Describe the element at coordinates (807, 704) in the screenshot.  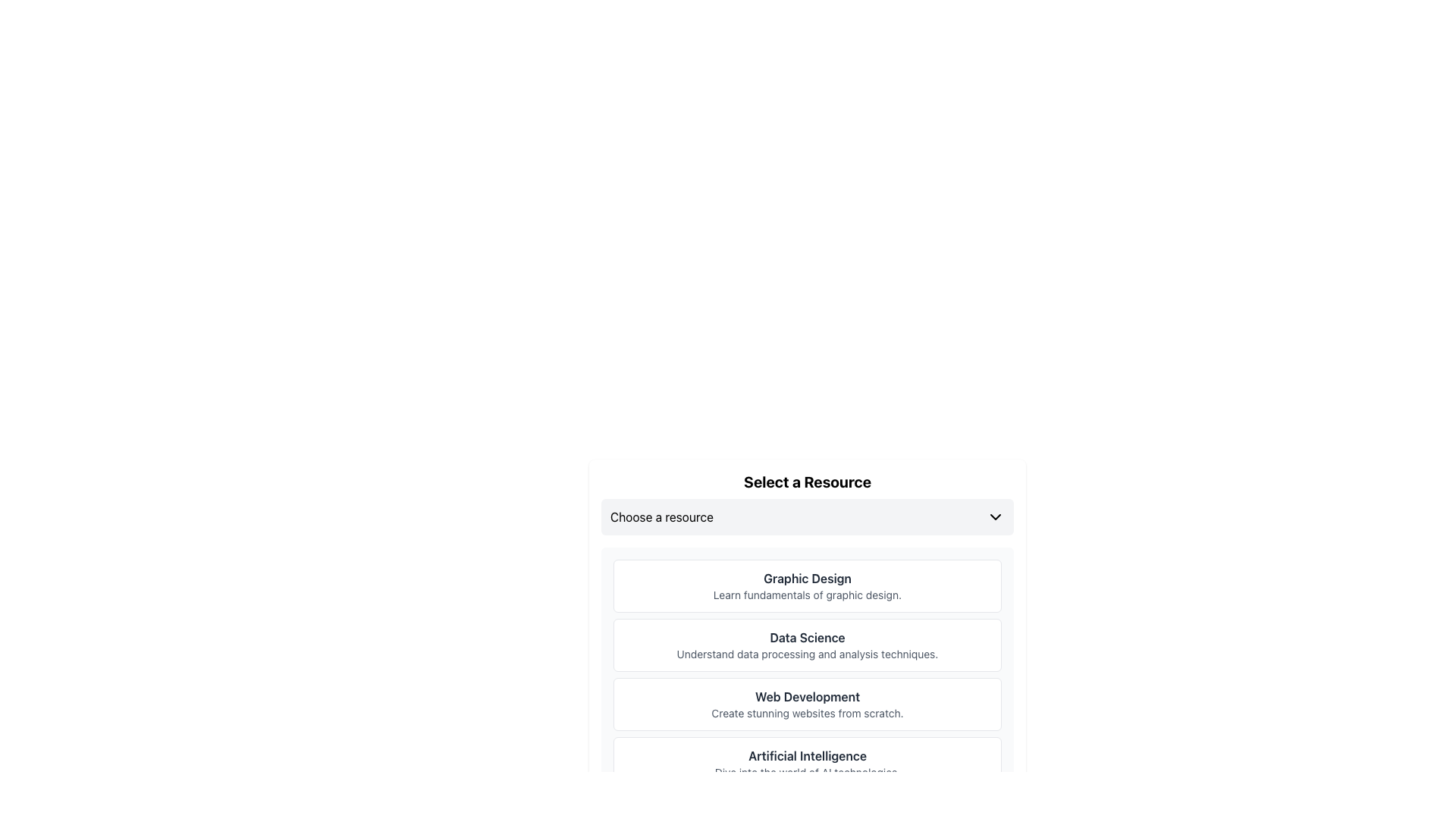
I see `the 'Web Development' option selector tile` at that location.